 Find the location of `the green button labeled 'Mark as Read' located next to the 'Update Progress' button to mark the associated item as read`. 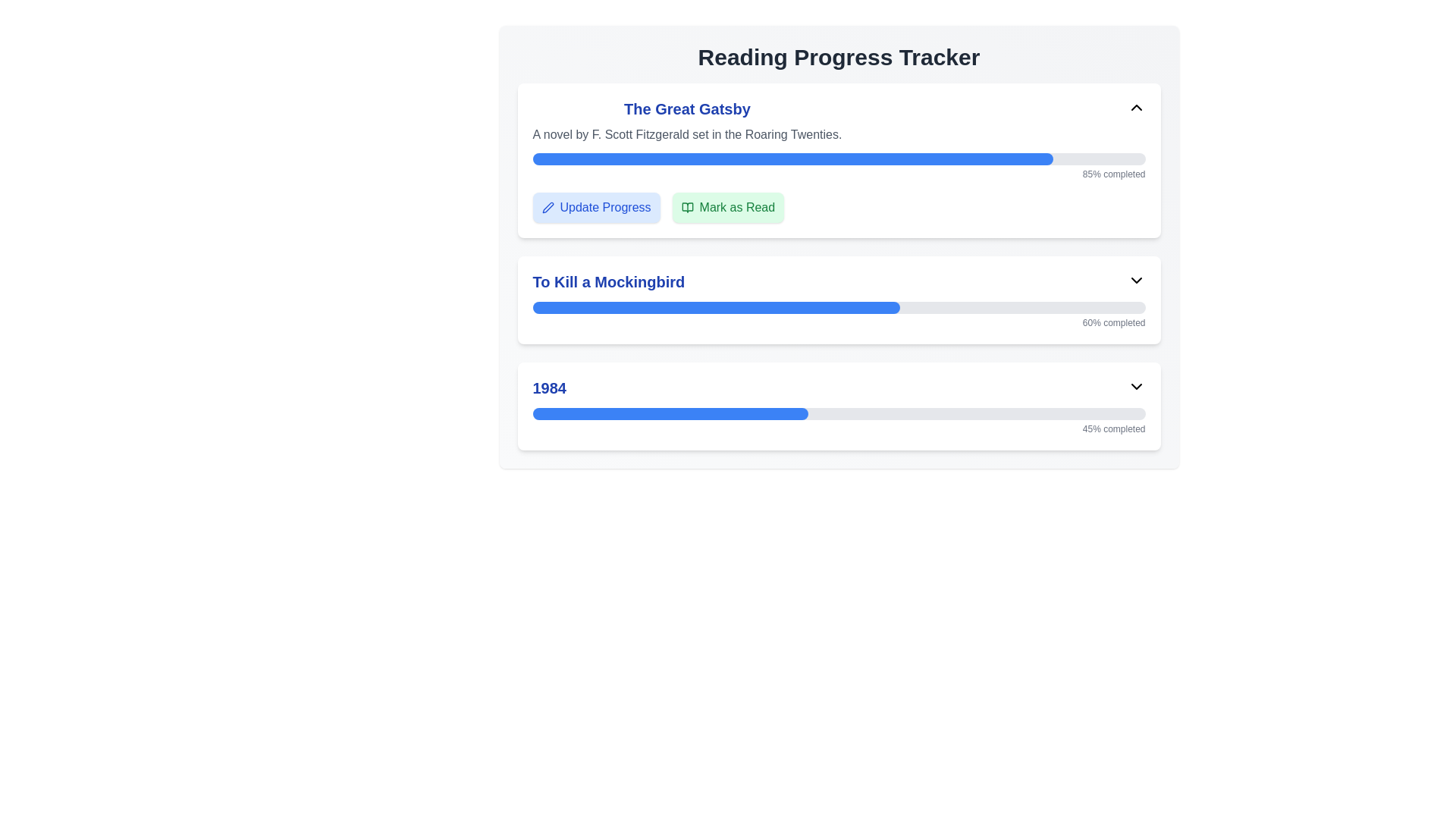

the green button labeled 'Mark as Read' located next to the 'Update Progress' button to mark the associated item as read is located at coordinates (728, 207).